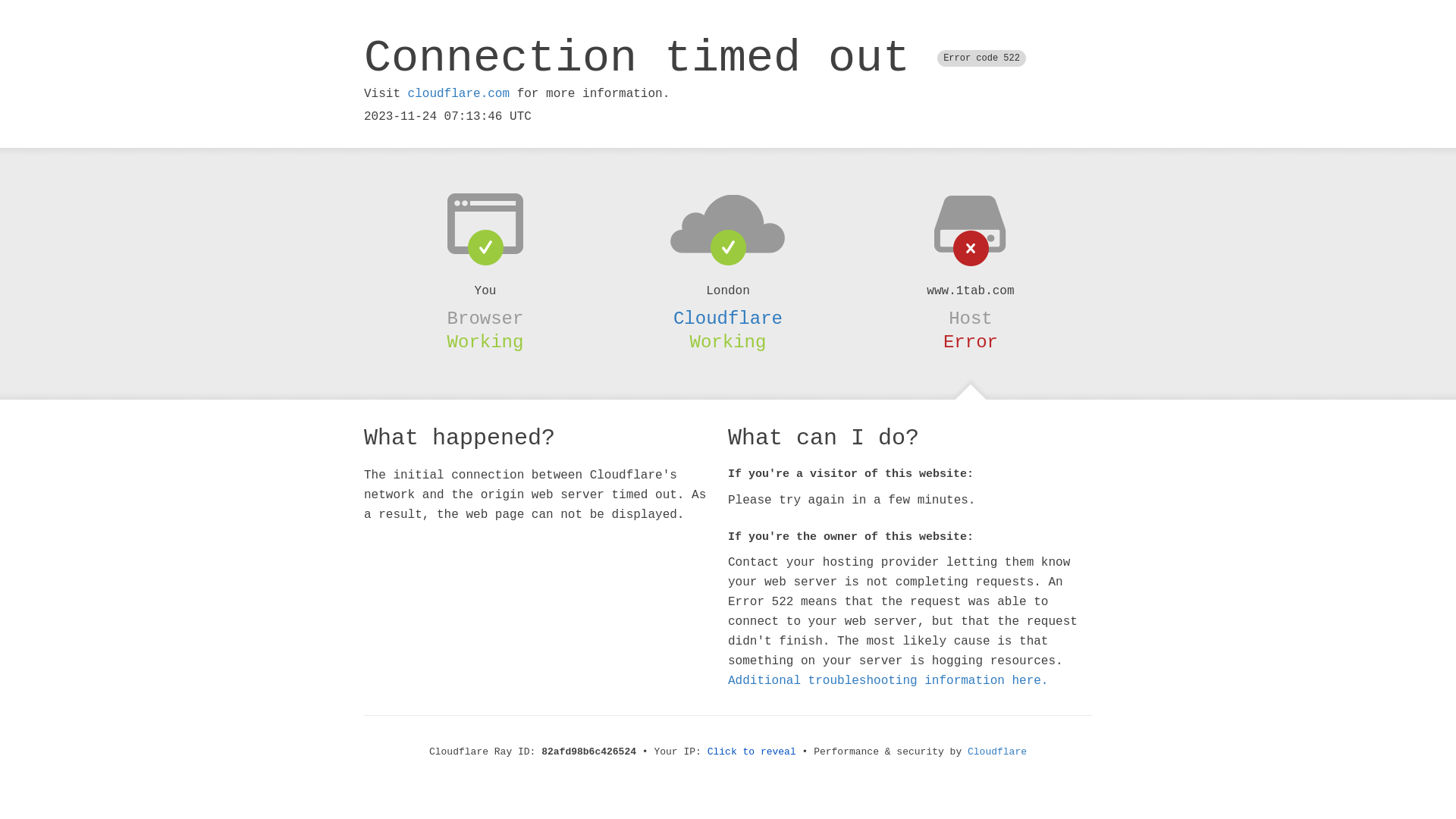 The height and width of the screenshot is (819, 1456). What do you see at coordinates (407, 93) in the screenshot?
I see `'cloudflare.com'` at bounding box center [407, 93].